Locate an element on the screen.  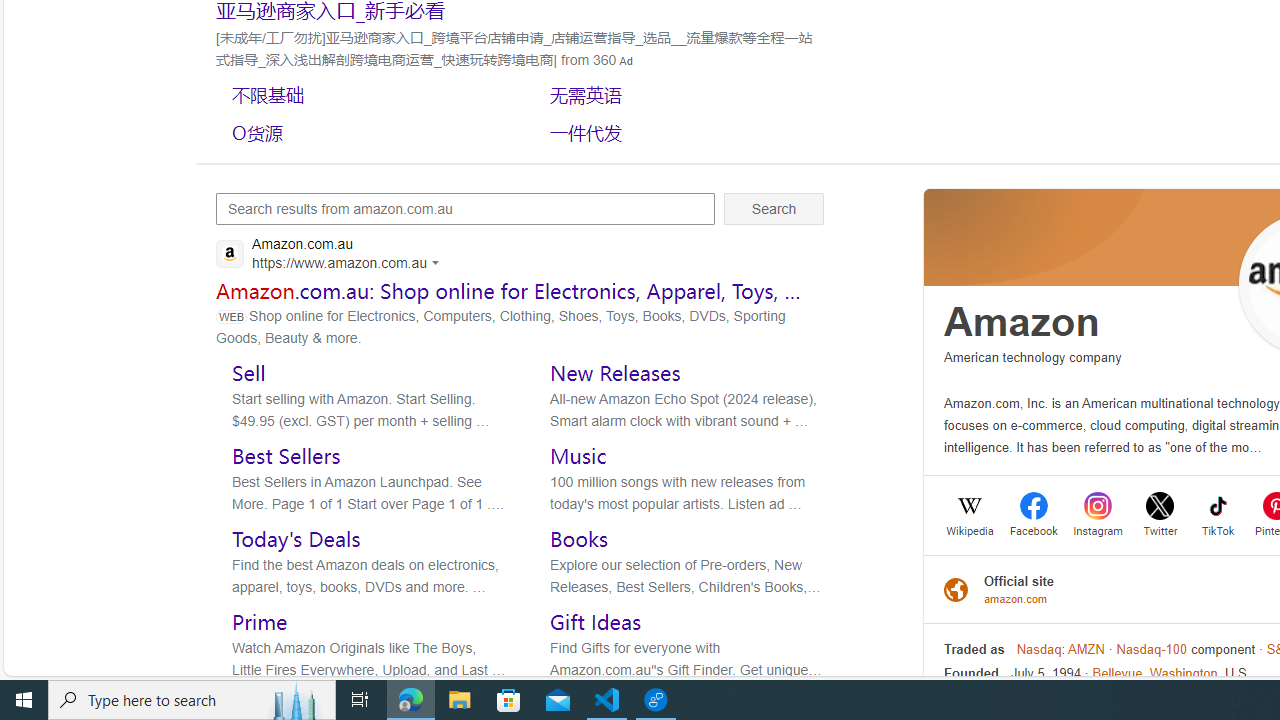
'amazon.com' is located at coordinates (1019, 598).